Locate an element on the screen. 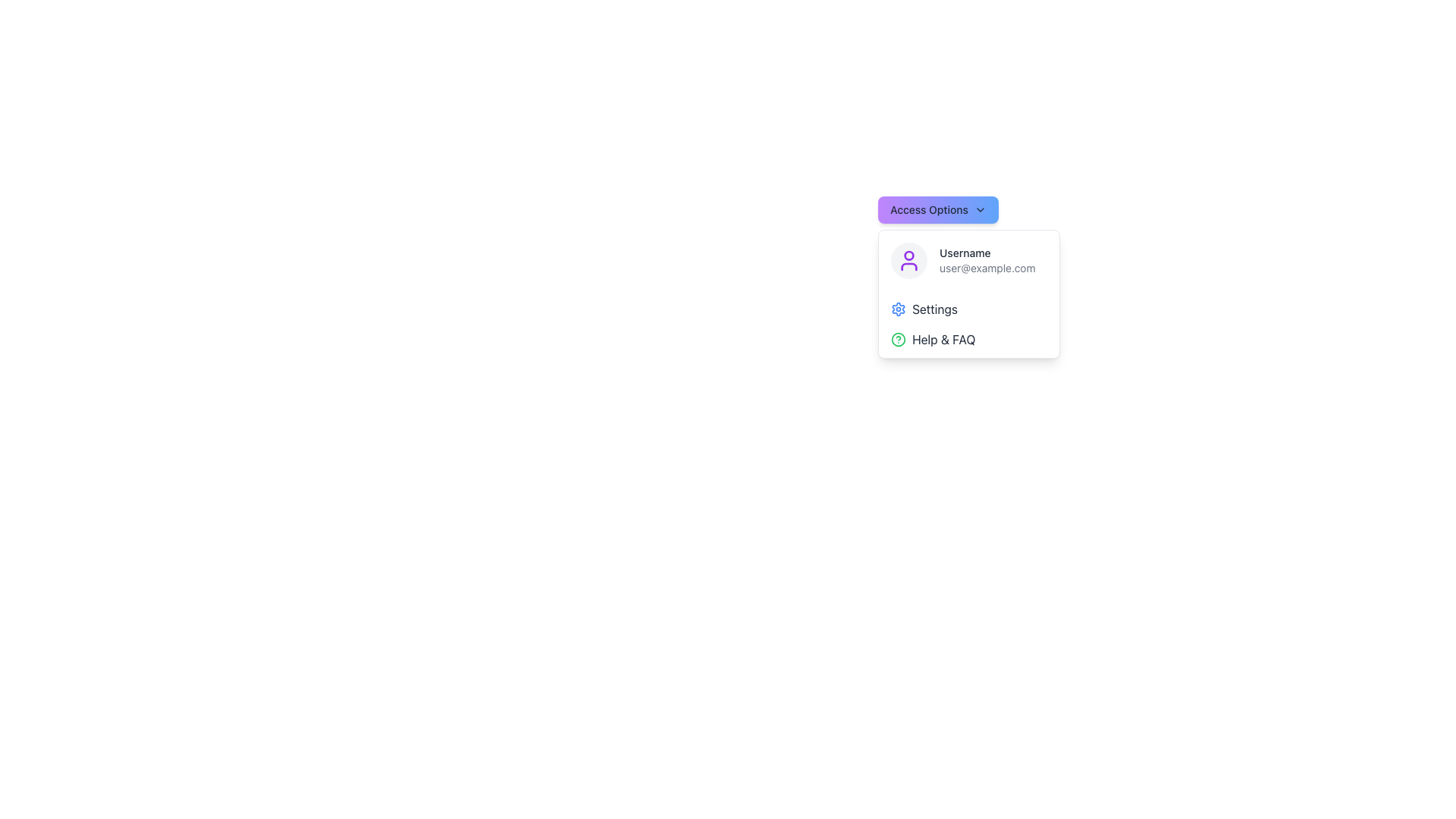 The width and height of the screenshot is (1456, 819). the gear icon representing settings, which is located to the left of the 'Settings' text label in the vertical dropdown menu is located at coordinates (899, 309).